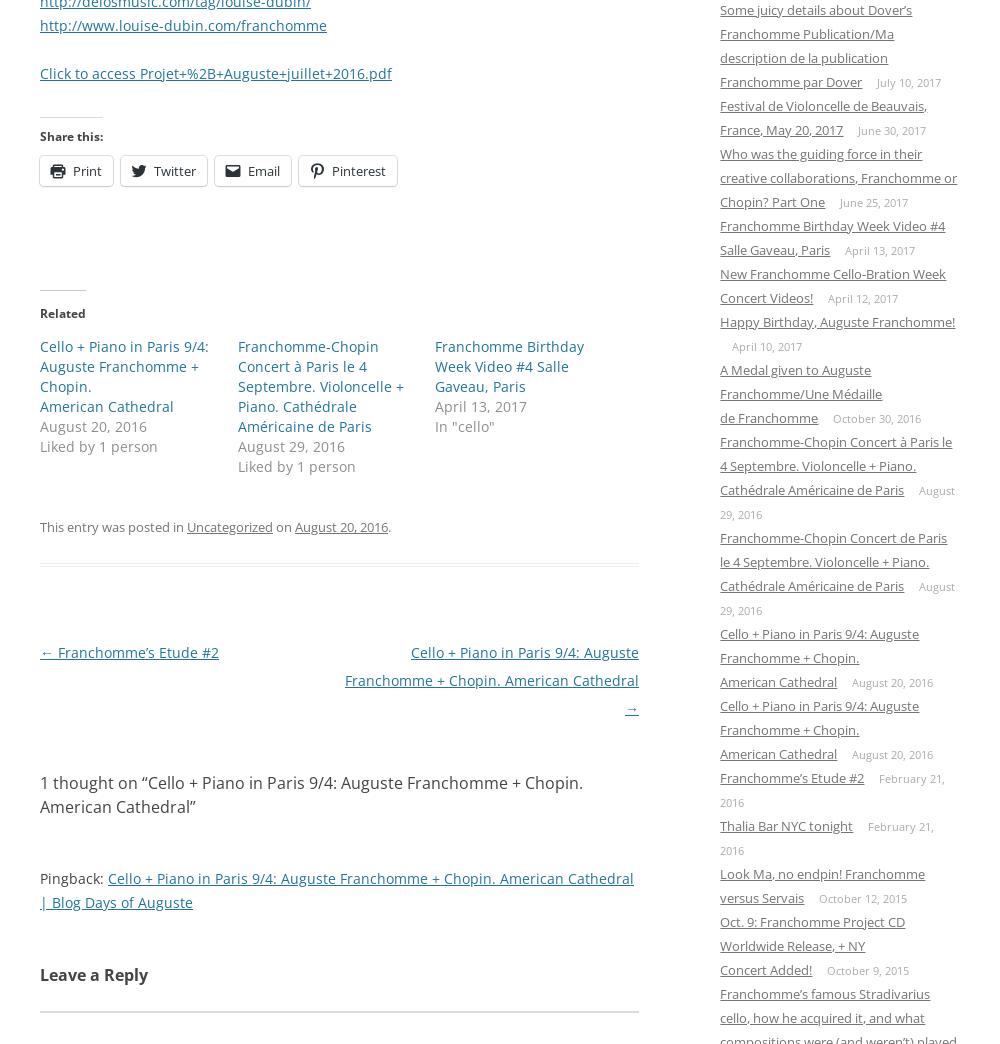  What do you see at coordinates (832, 284) in the screenshot?
I see `'New Franchomme Cello-Bration Week Concert Videos!'` at bounding box center [832, 284].